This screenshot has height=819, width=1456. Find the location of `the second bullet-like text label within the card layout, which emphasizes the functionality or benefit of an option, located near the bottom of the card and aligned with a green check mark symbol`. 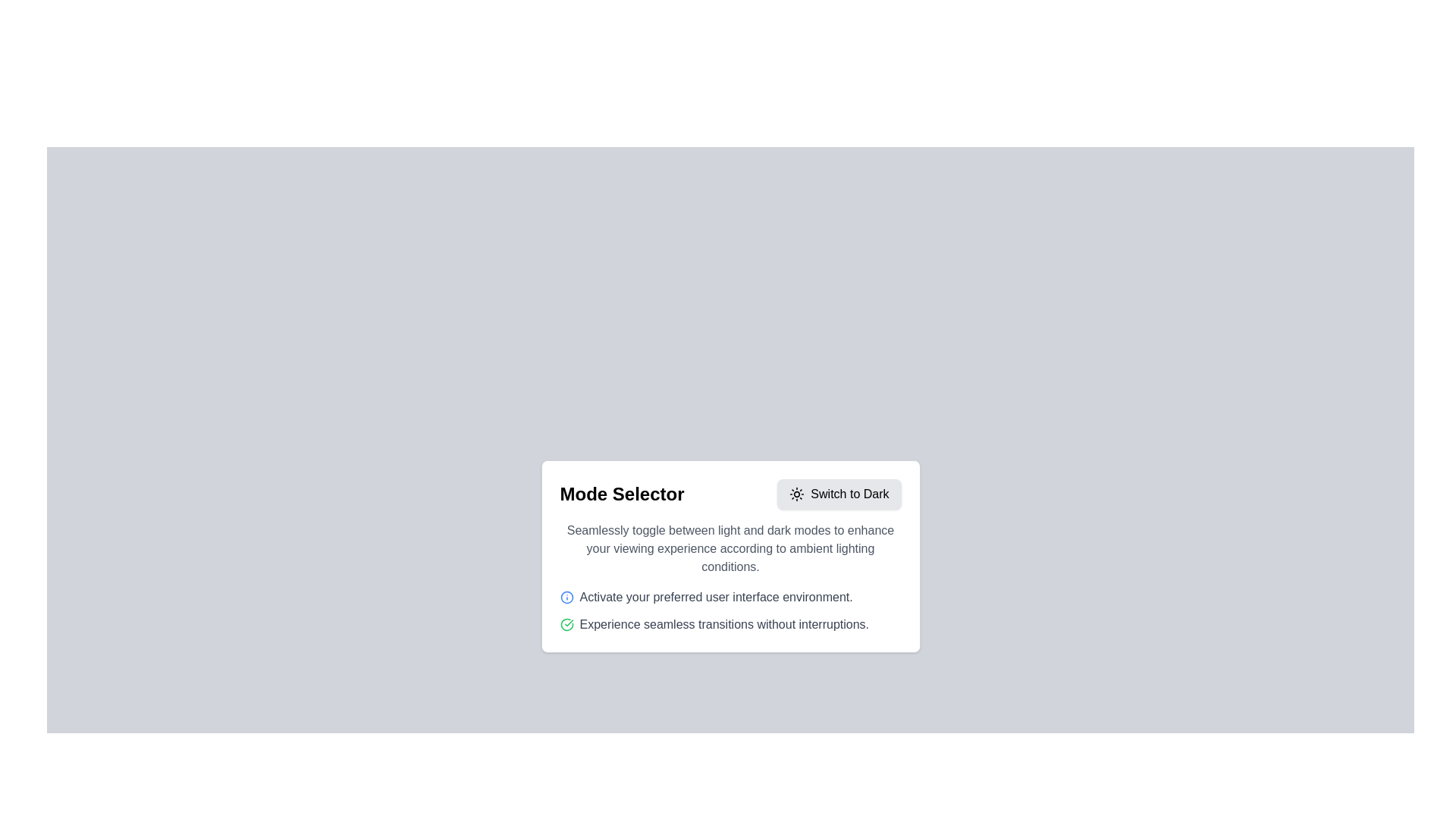

the second bullet-like text label within the card layout, which emphasizes the functionality or benefit of an option, located near the bottom of the card and aligned with a green check mark symbol is located at coordinates (723, 625).